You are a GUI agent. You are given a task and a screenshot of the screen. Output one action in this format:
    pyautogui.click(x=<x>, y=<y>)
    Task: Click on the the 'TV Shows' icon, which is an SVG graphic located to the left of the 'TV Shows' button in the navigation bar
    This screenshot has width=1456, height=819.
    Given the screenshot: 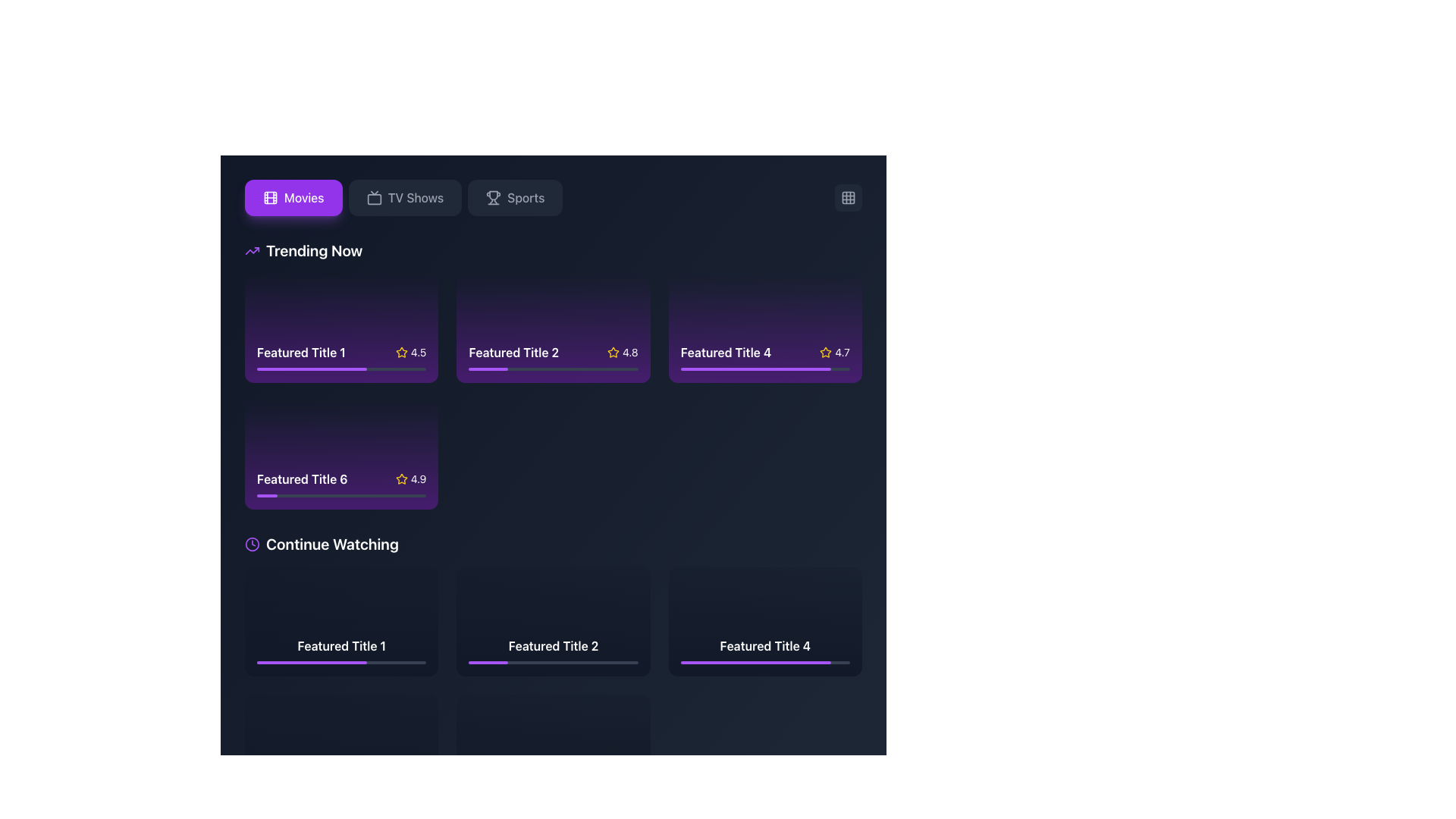 What is the action you would take?
    pyautogui.click(x=374, y=197)
    